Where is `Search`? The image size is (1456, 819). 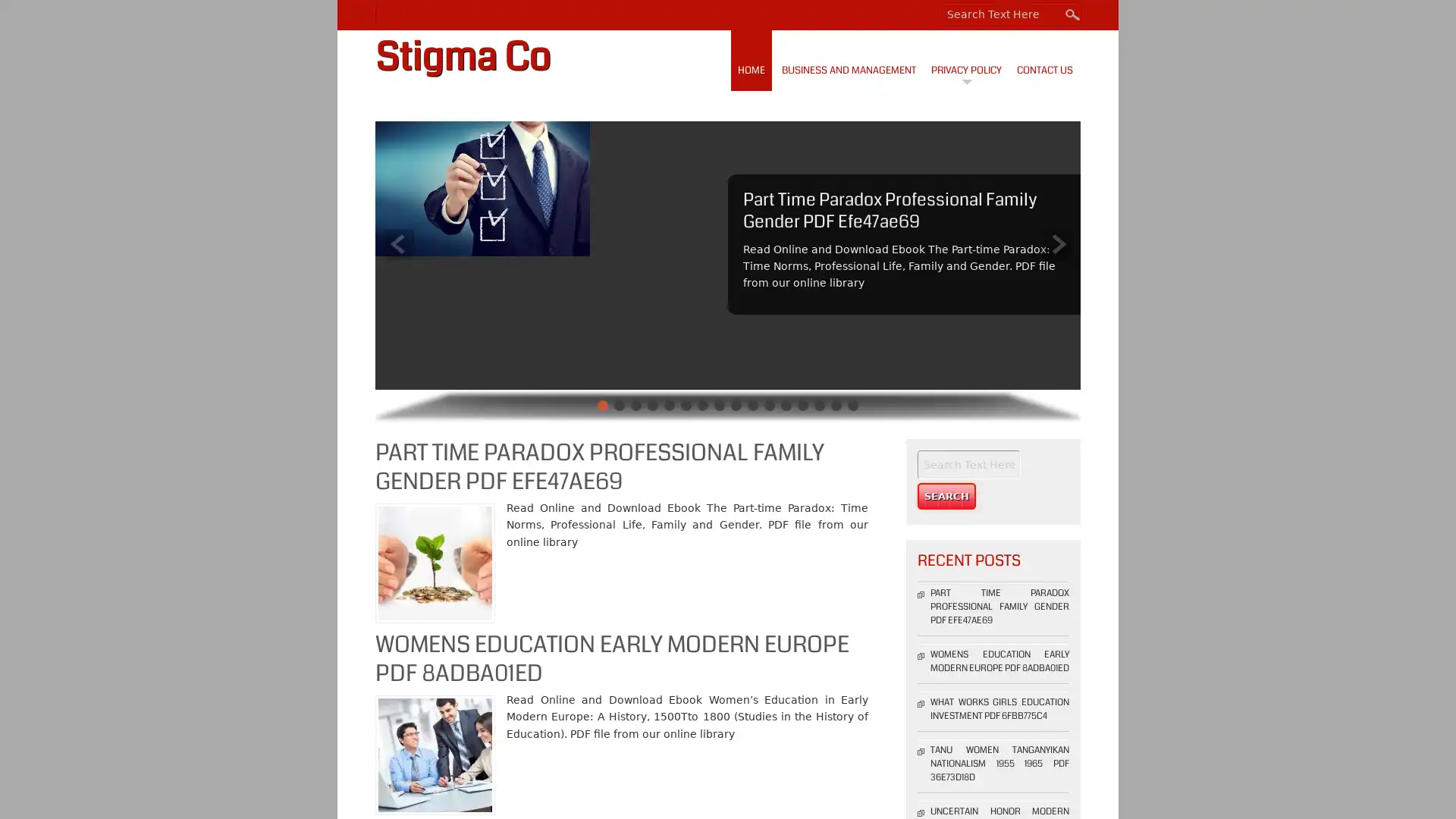 Search is located at coordinates (946, 496).